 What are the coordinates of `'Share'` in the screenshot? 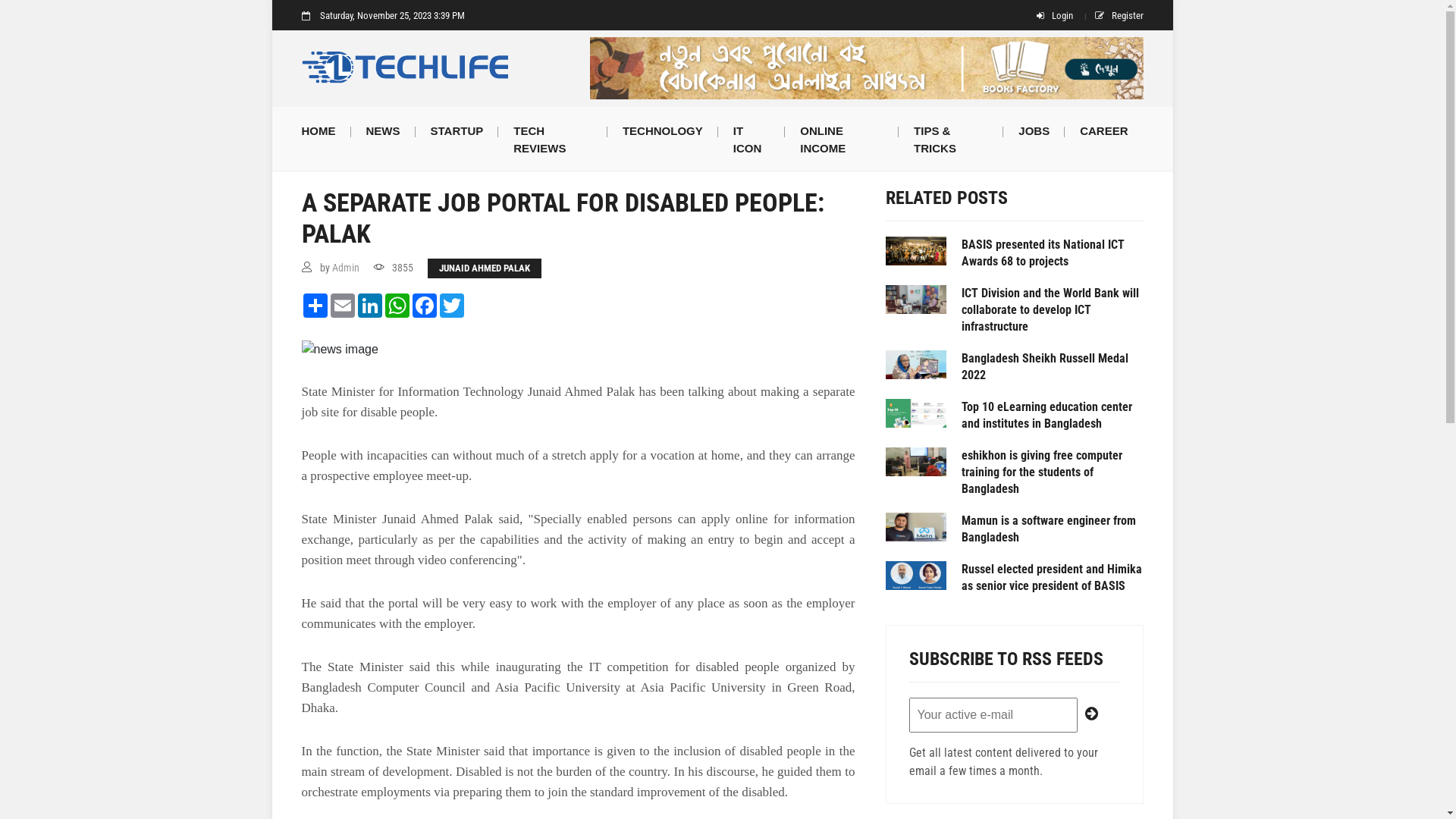 It's located at (315, 305).